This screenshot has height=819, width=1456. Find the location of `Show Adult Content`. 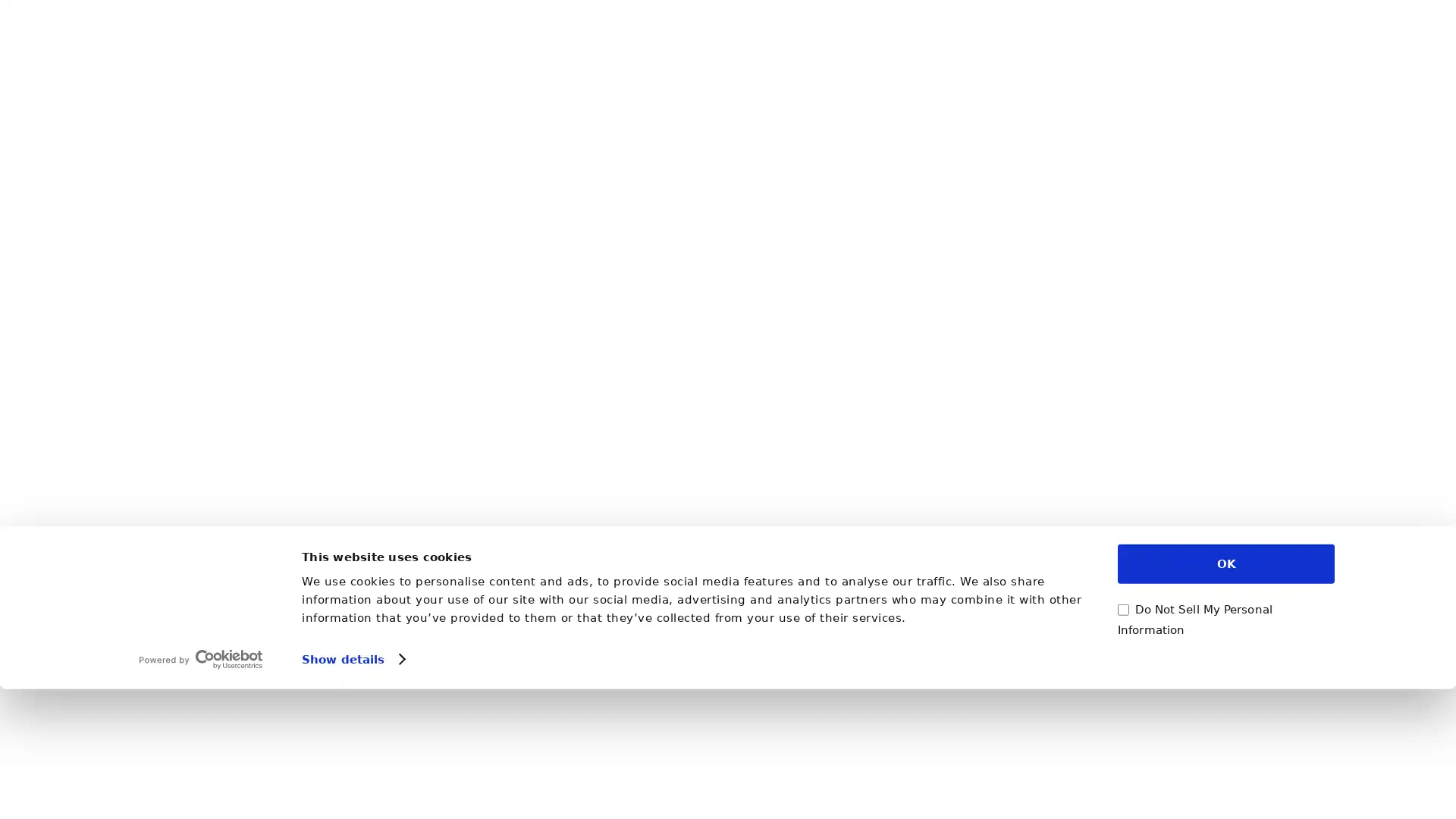

Show Adult Content is located at coordinates (728, 535).